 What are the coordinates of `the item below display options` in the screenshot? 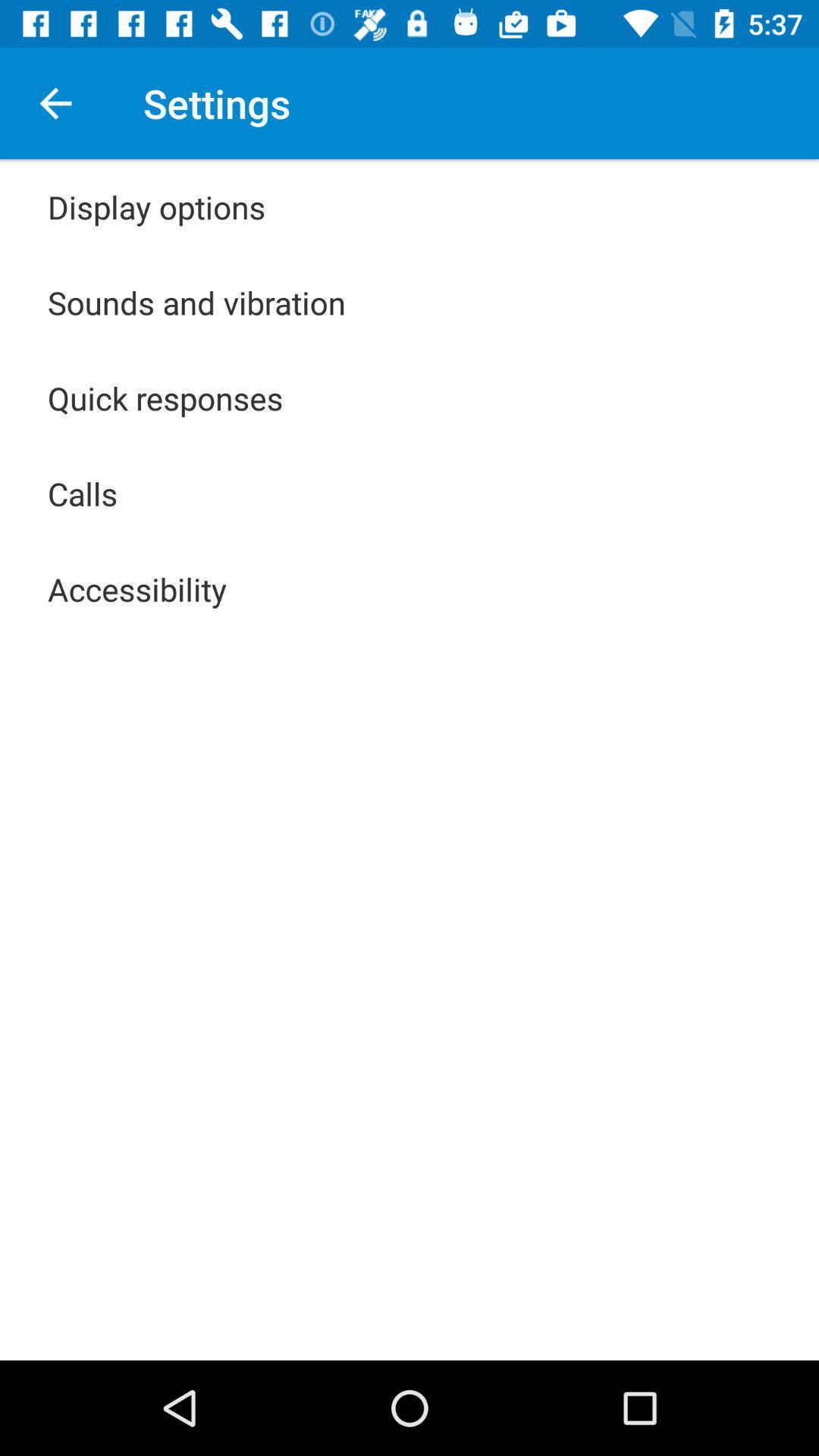 It's located at (196, 302).